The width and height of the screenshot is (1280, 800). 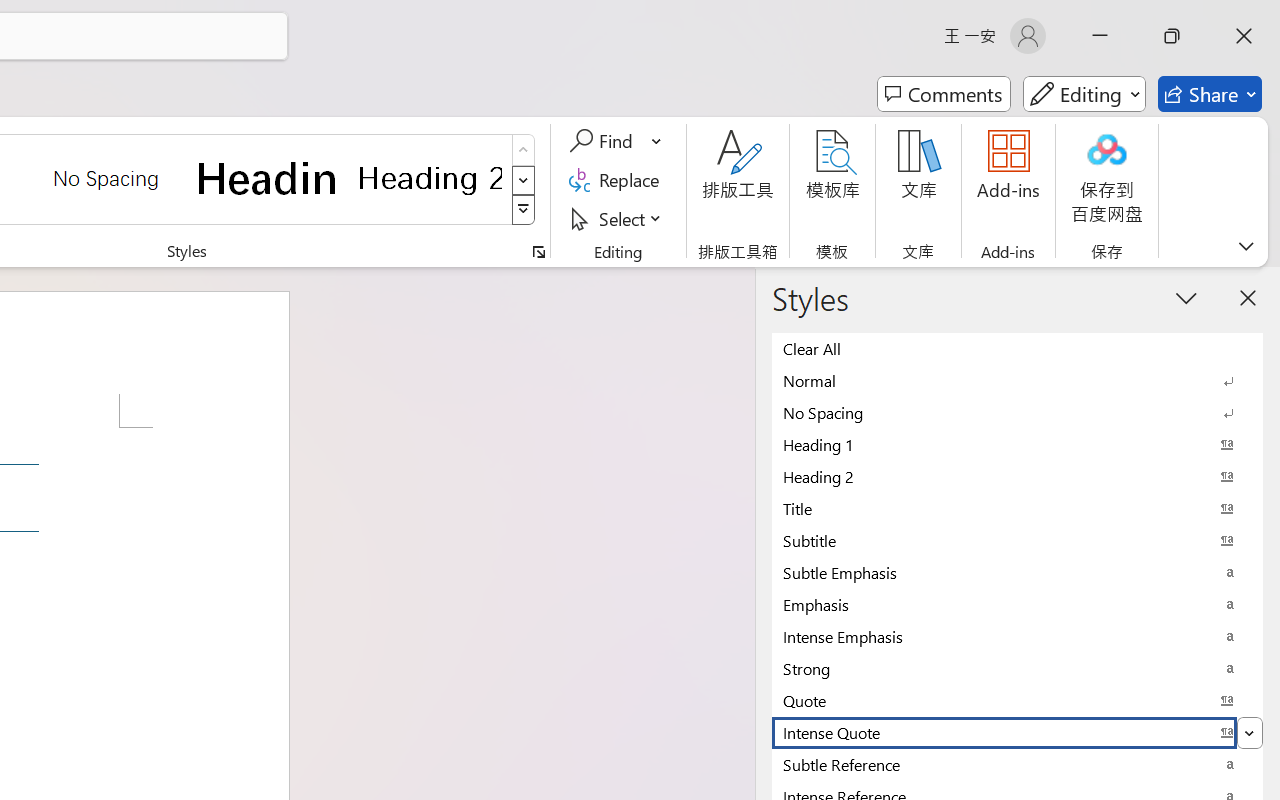 I want to click on 'Styles...', so click(x=538, y=251).